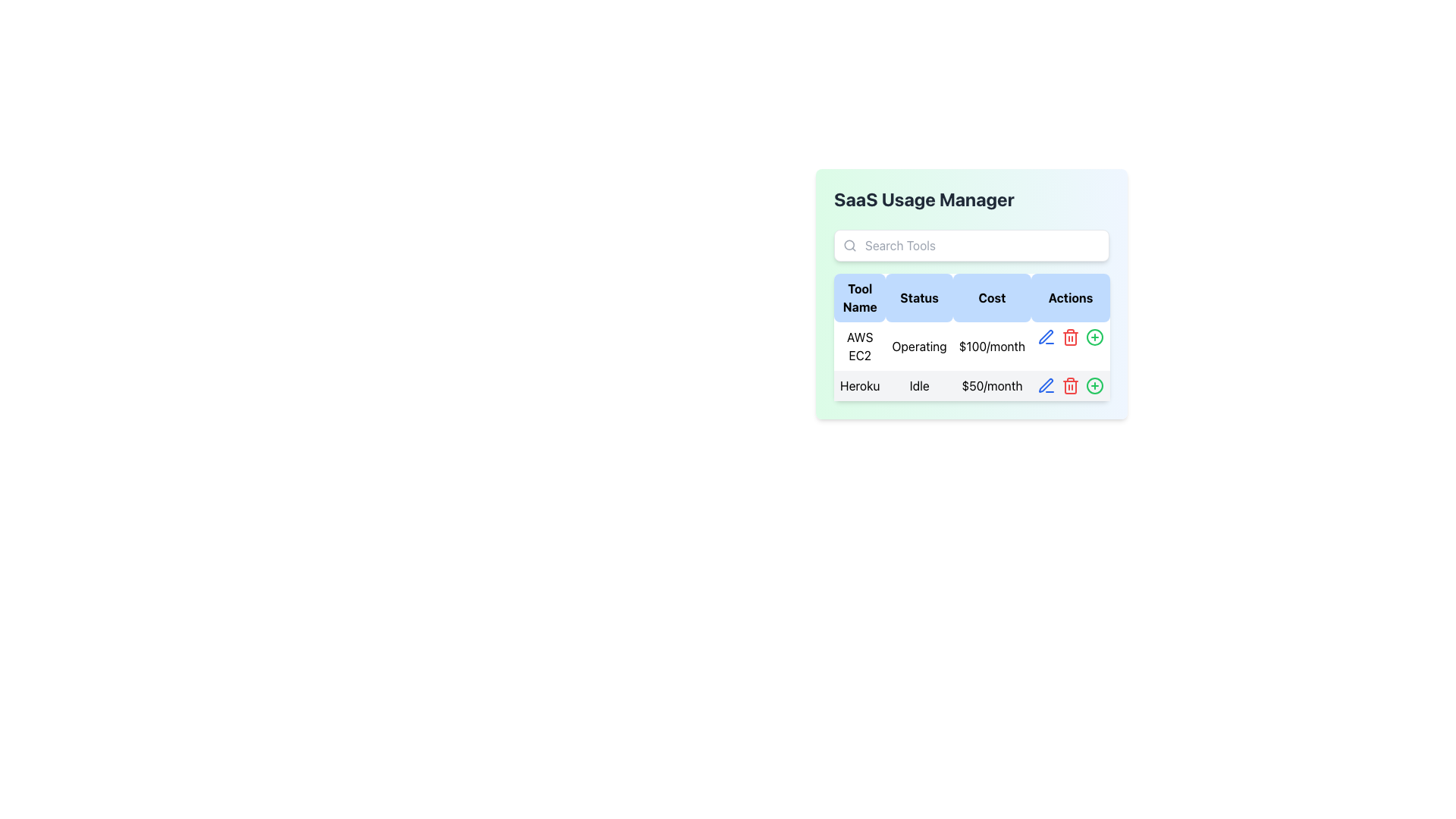 Image resolution: width=1456 pixels, height=819 pixels. I want to click on the table header row which contains the columns 'Tool Name', 'Status', 'Cost', and 'Actions', so click(971, 298).